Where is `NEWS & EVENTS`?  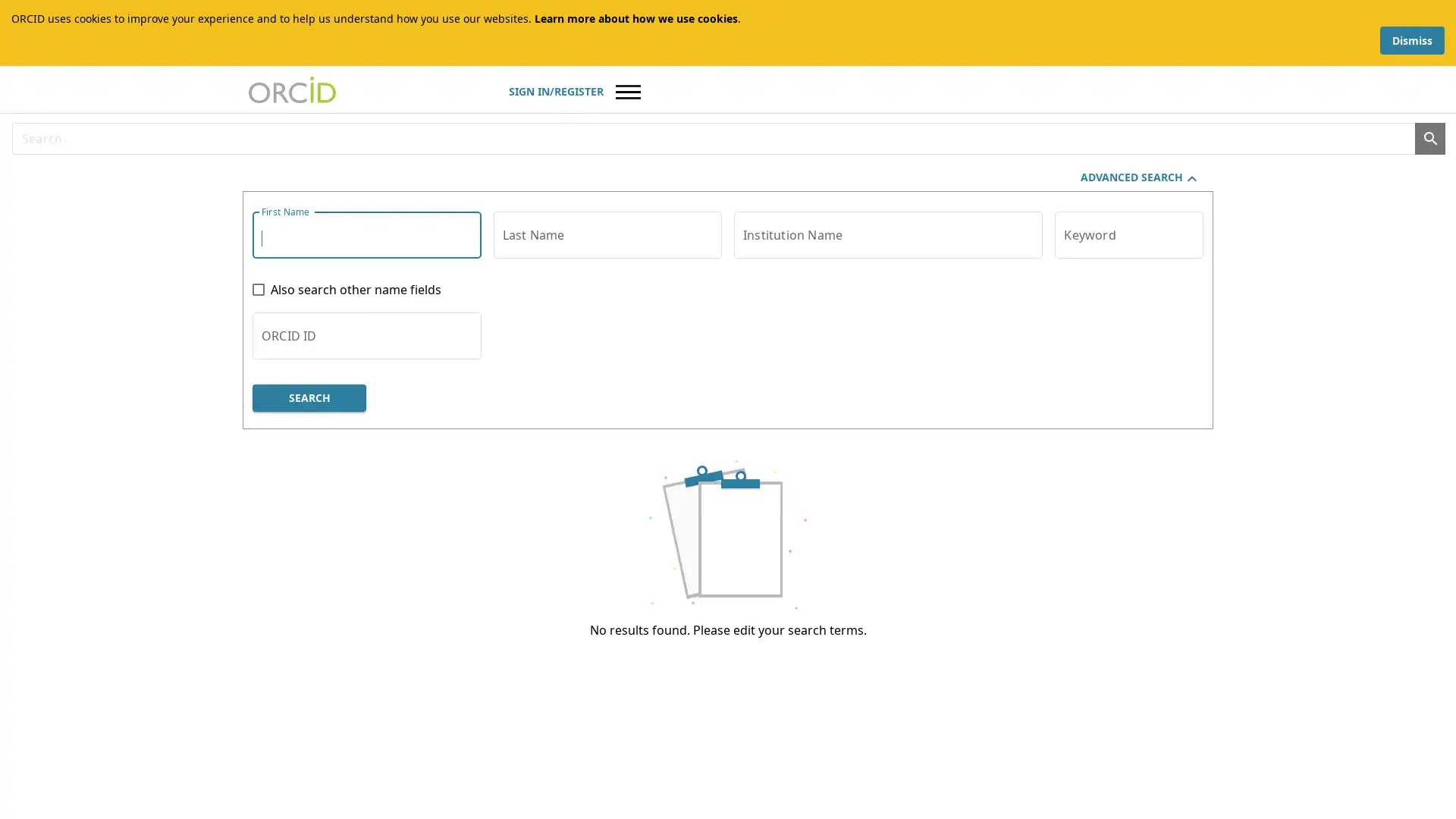
NEWS & EVENTS is located at coordinates (943, 171).